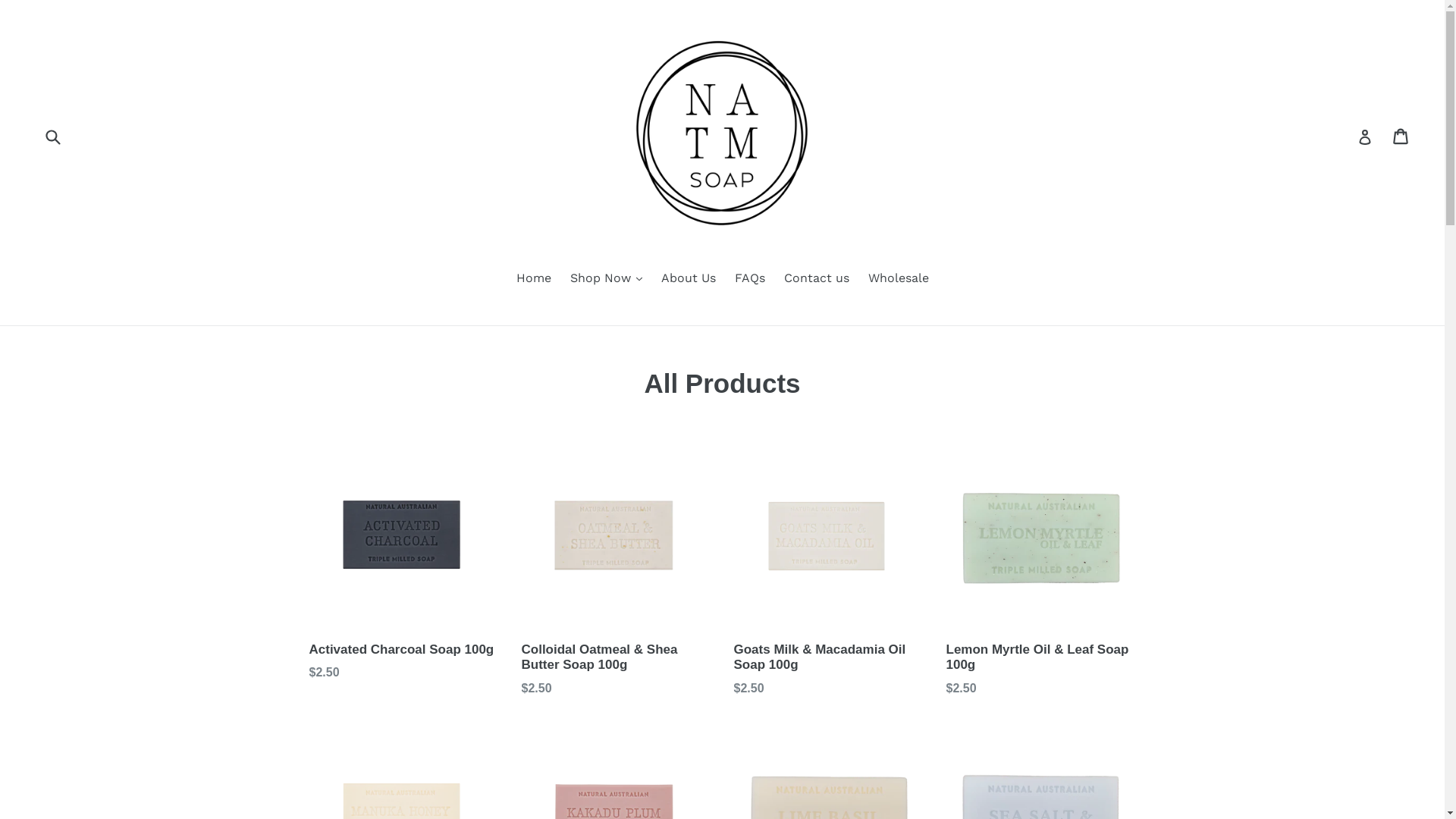 The image size is (1456, 819). Describe the element at coordinates (859, 279) in the screenshot. I see `'Wholesale'` at that location.